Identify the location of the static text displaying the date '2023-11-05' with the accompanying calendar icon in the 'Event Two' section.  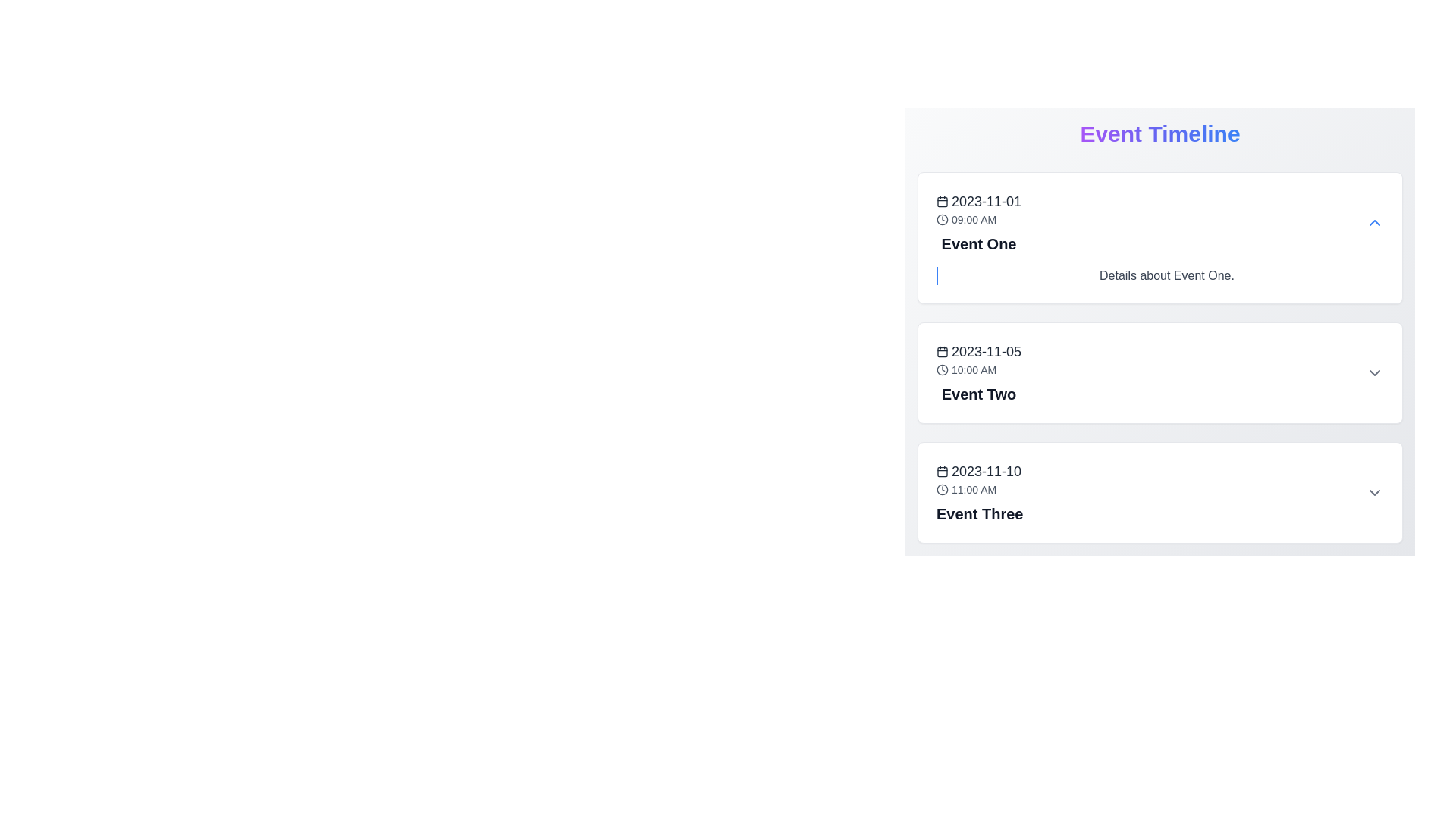
(979, 351).